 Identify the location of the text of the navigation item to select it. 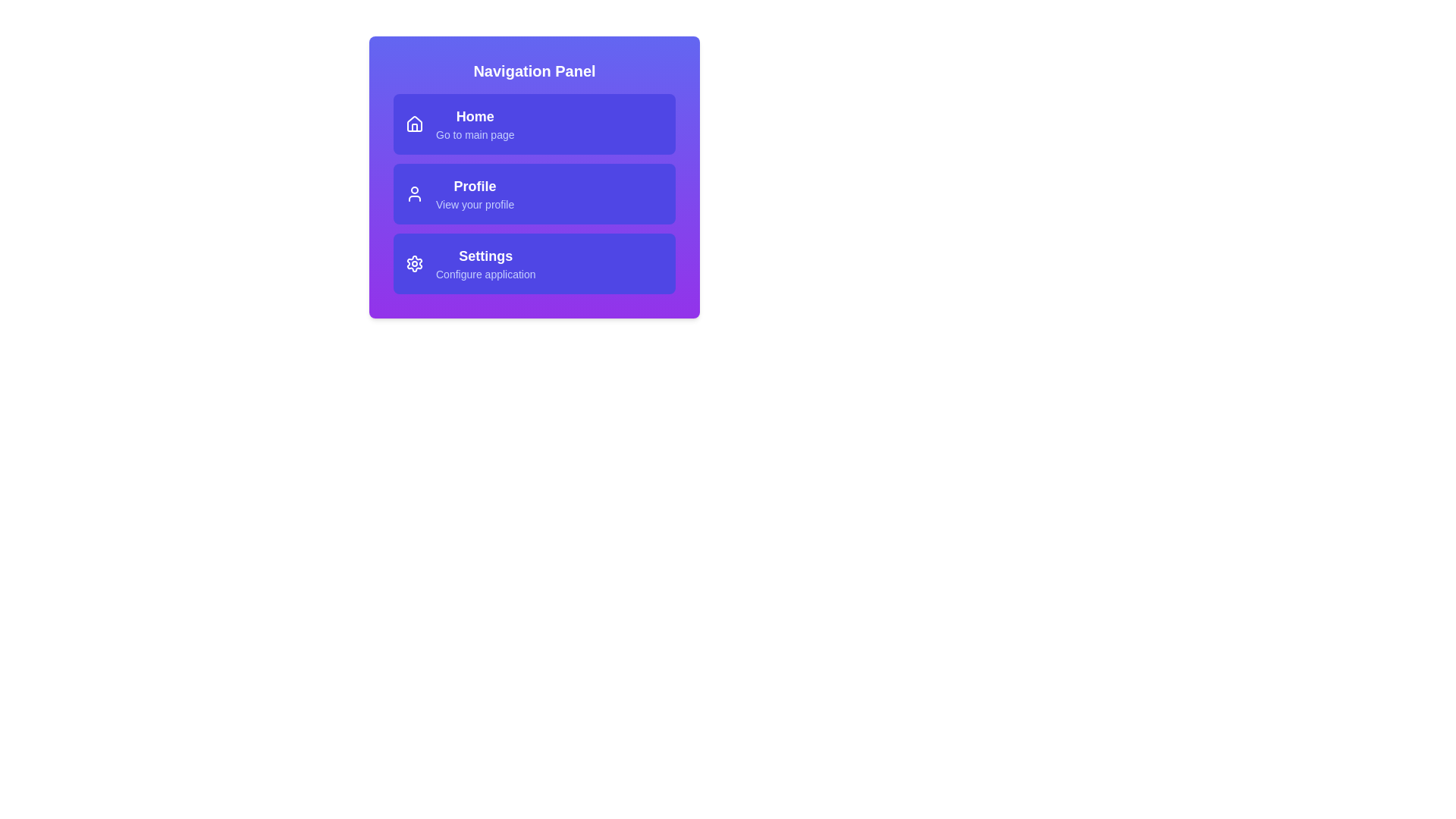
(474, 116).